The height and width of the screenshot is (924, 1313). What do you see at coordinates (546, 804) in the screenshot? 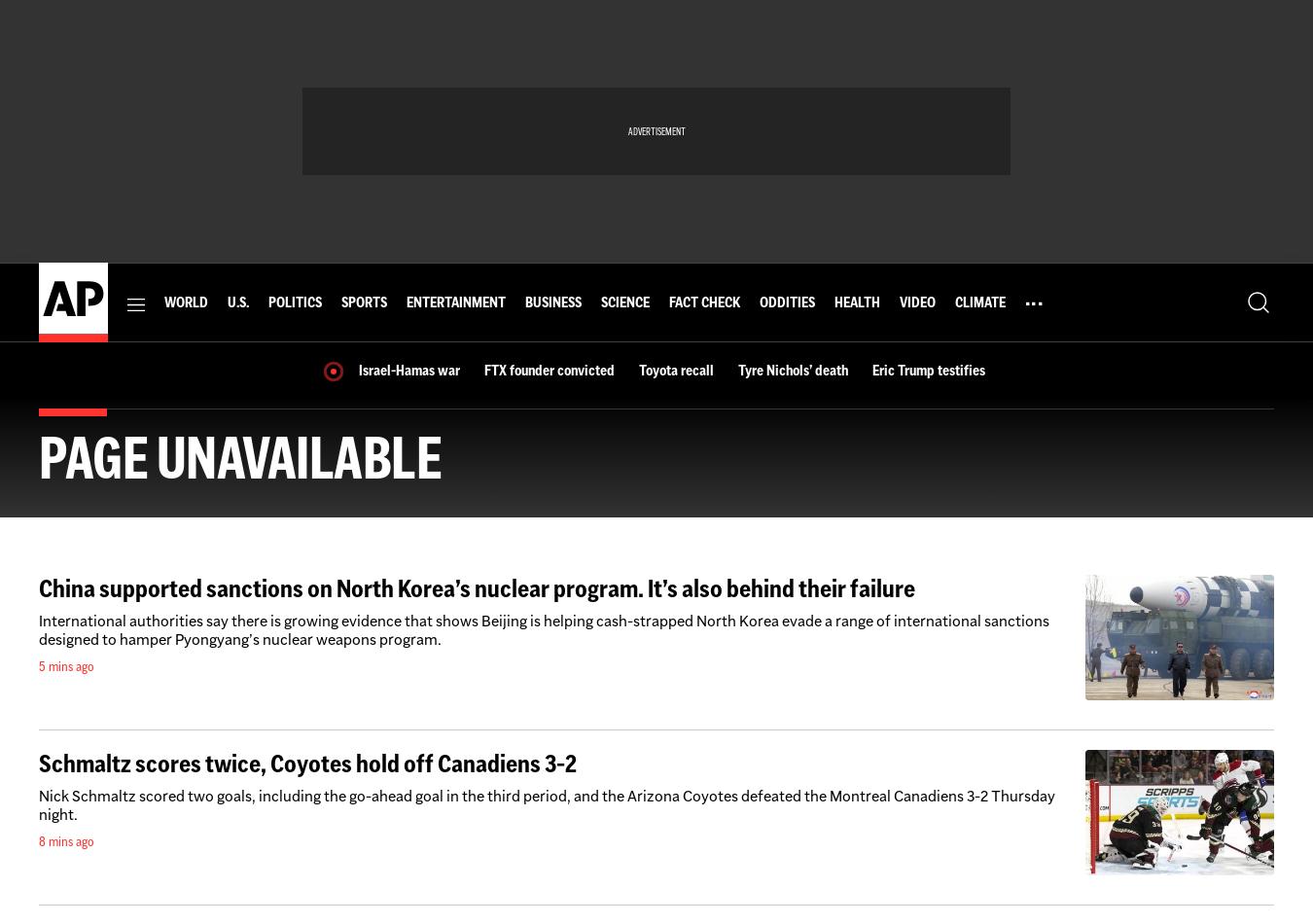
I see `'Nick Schmaltz scored two goals, including the go-ahead goal in the third period, and the Arizona Coyotes defeated the Montreal Canadiens 3-2 Thursday night.'` at bounding box center [546, 804].